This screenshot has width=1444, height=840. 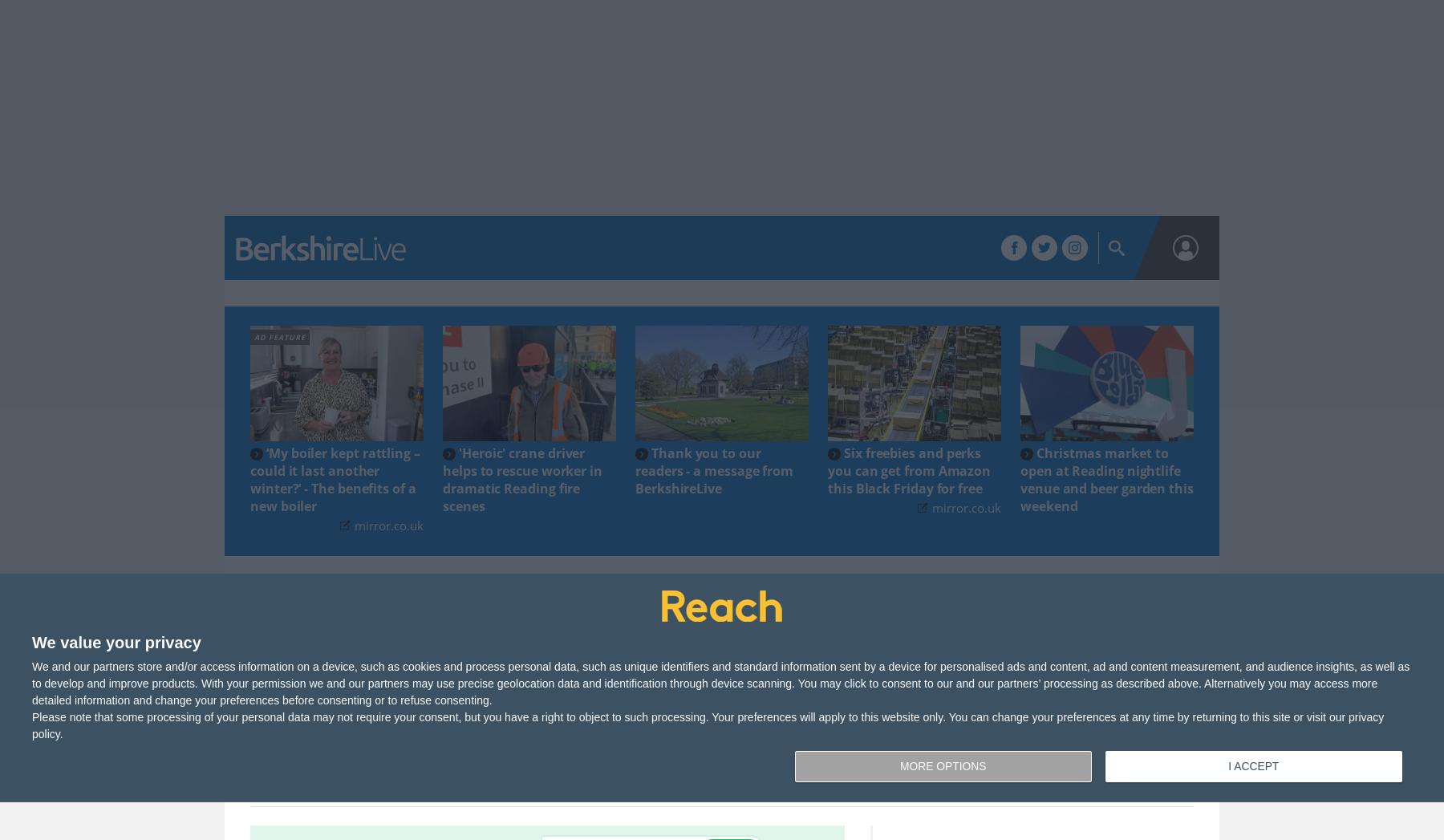 I want to click on 'What's On', so click(x=650, y=248).